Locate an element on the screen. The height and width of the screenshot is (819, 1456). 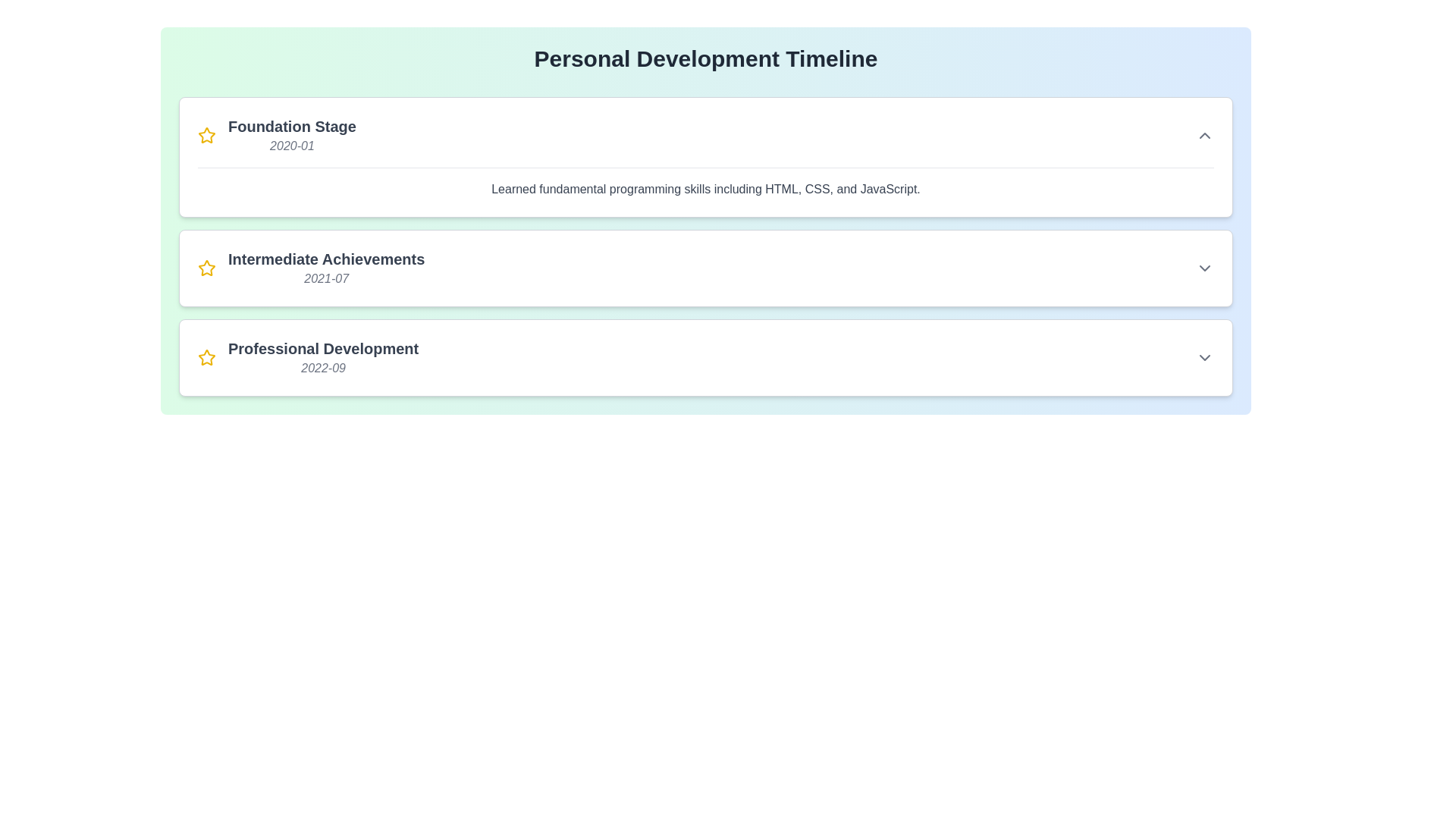
the third list item representing a professional development entry, located between 'Intermediate Achievements' and a blank section is located at coordinates (705, 357).